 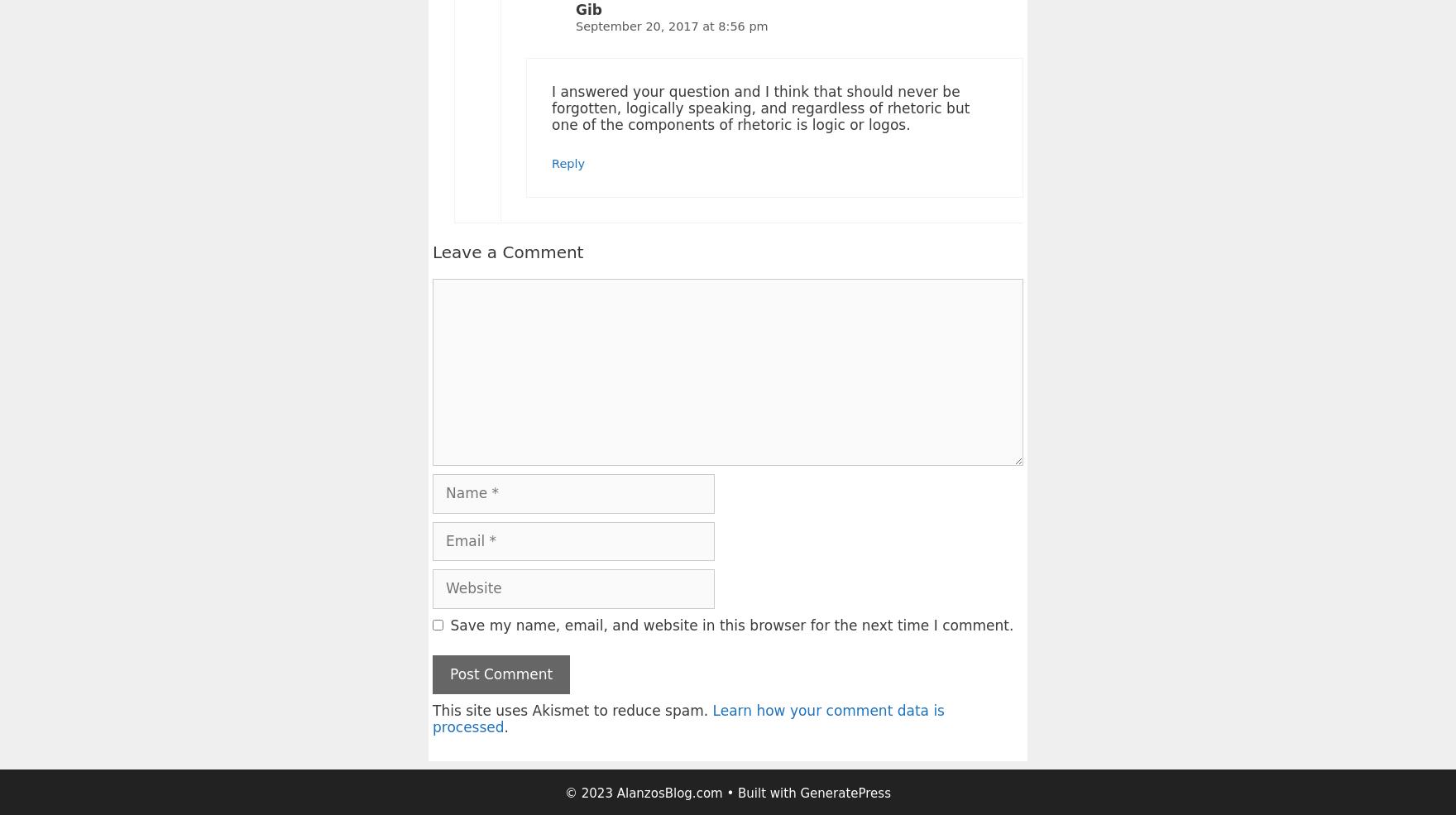 What do you see at coordinates (572, 710) in the screenshot?
I see `'This site uses Akismet to reduce spam.'` at bounding box center [572, 710].